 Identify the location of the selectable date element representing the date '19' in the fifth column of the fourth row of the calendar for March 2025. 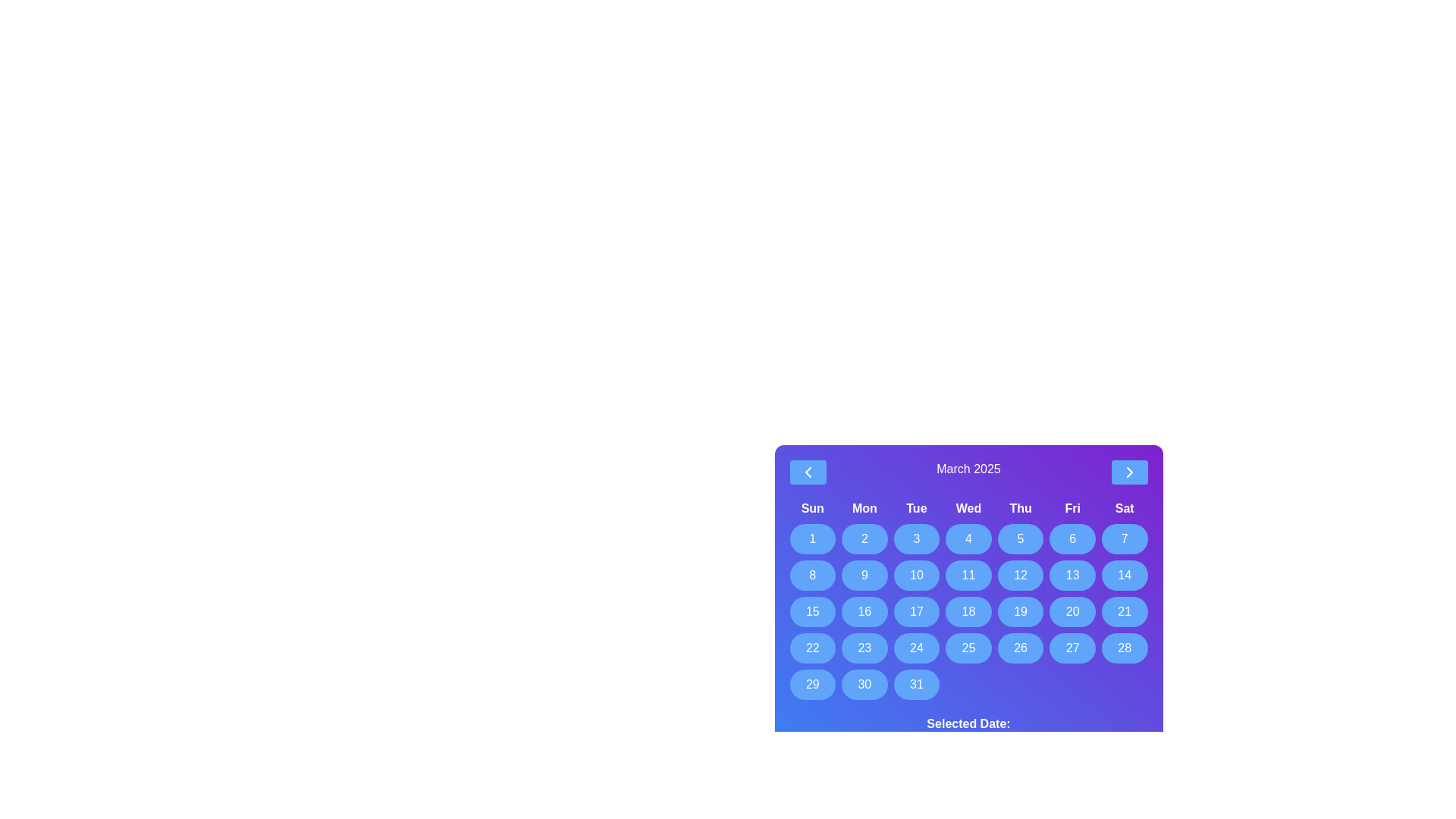
(1021, 610).